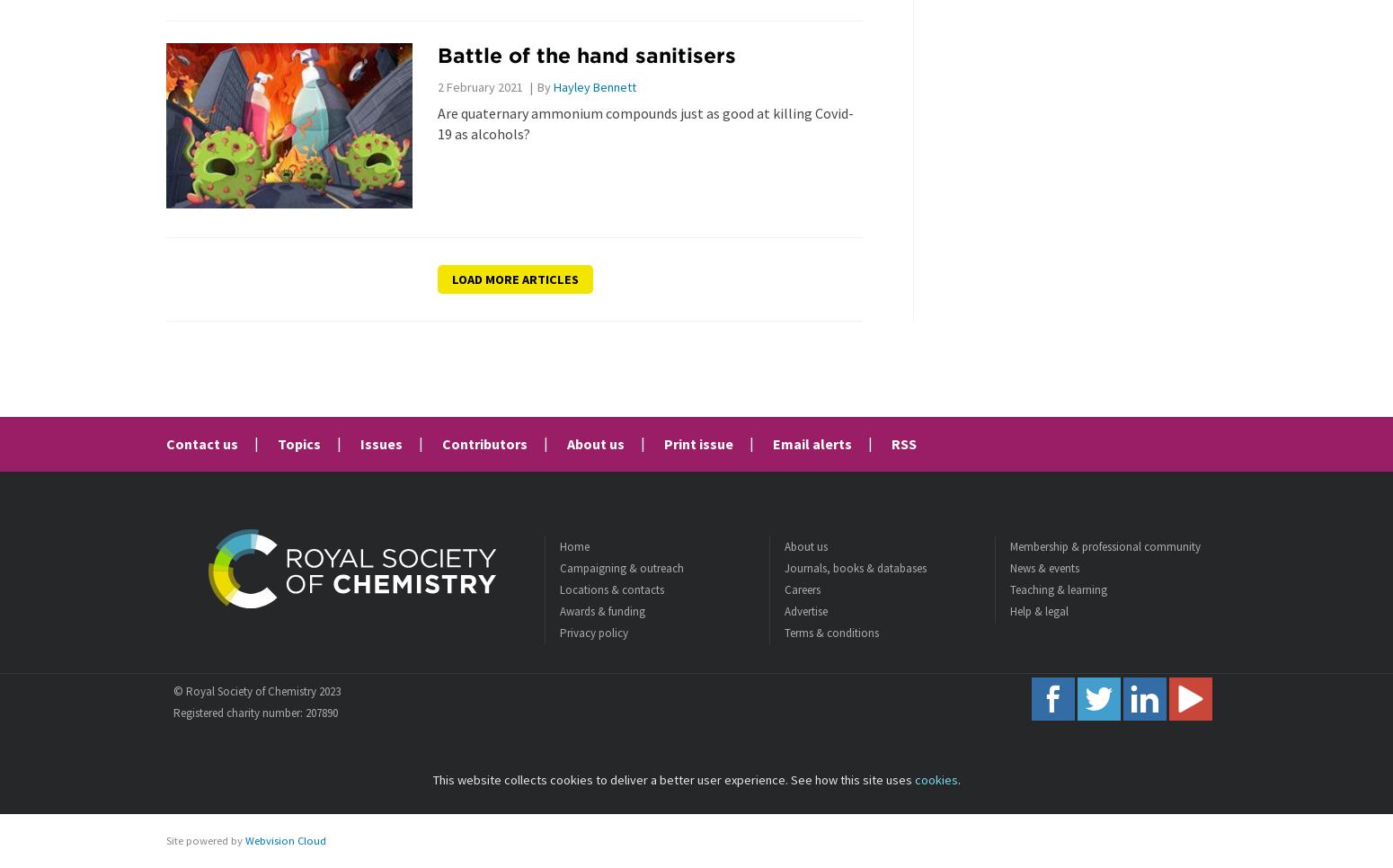 This screenshot has width=1393, height=868. What do you see at coordinates (594, 443) in the screenshot?
I see `'About us'` at bounding box center [594, 443].